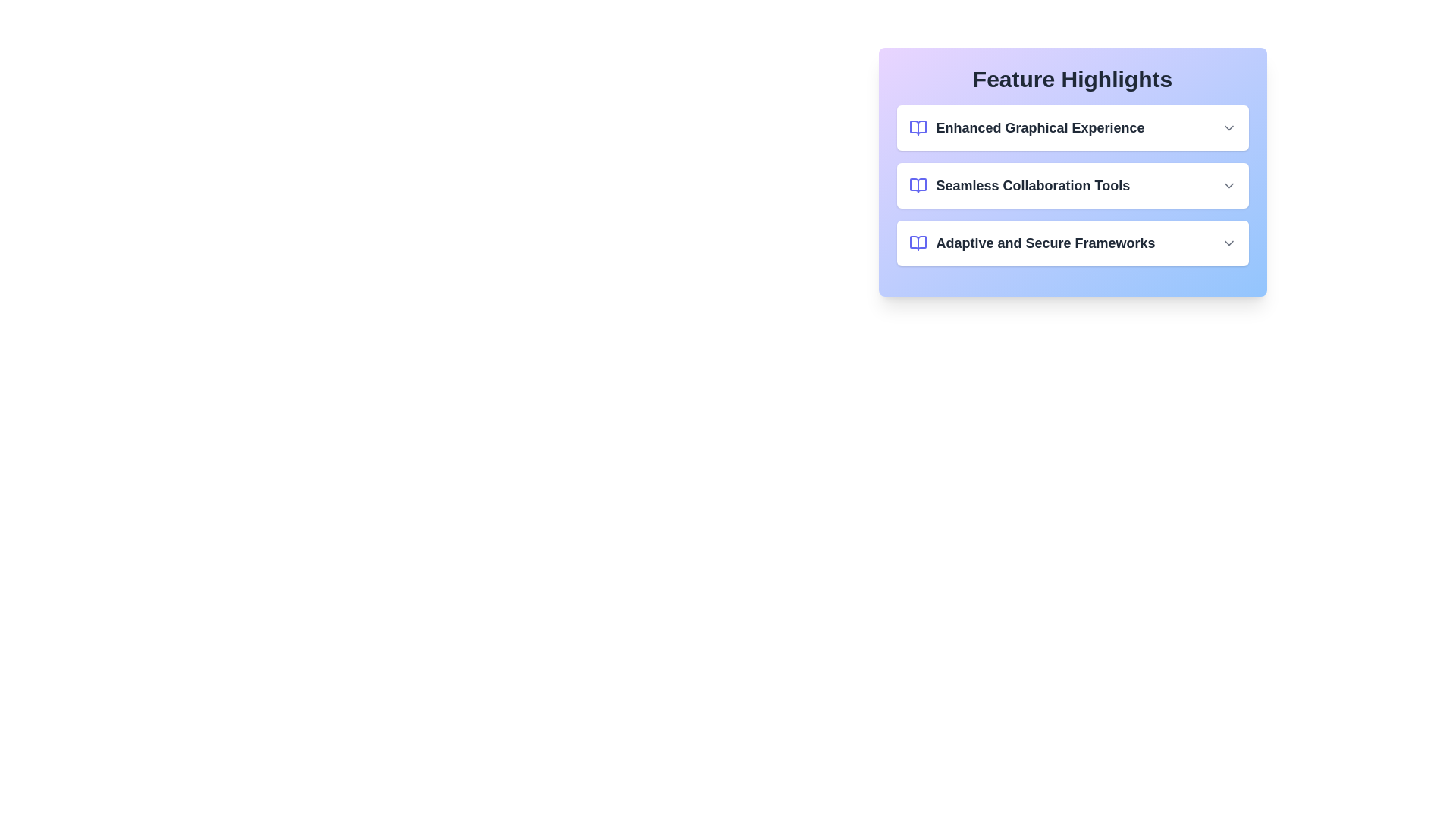 Image resolution: width=1456 pixels, height=819 pixels. I want to click on the 'Enhanced Graphical Experience' accordion item, so click(1072, 127).